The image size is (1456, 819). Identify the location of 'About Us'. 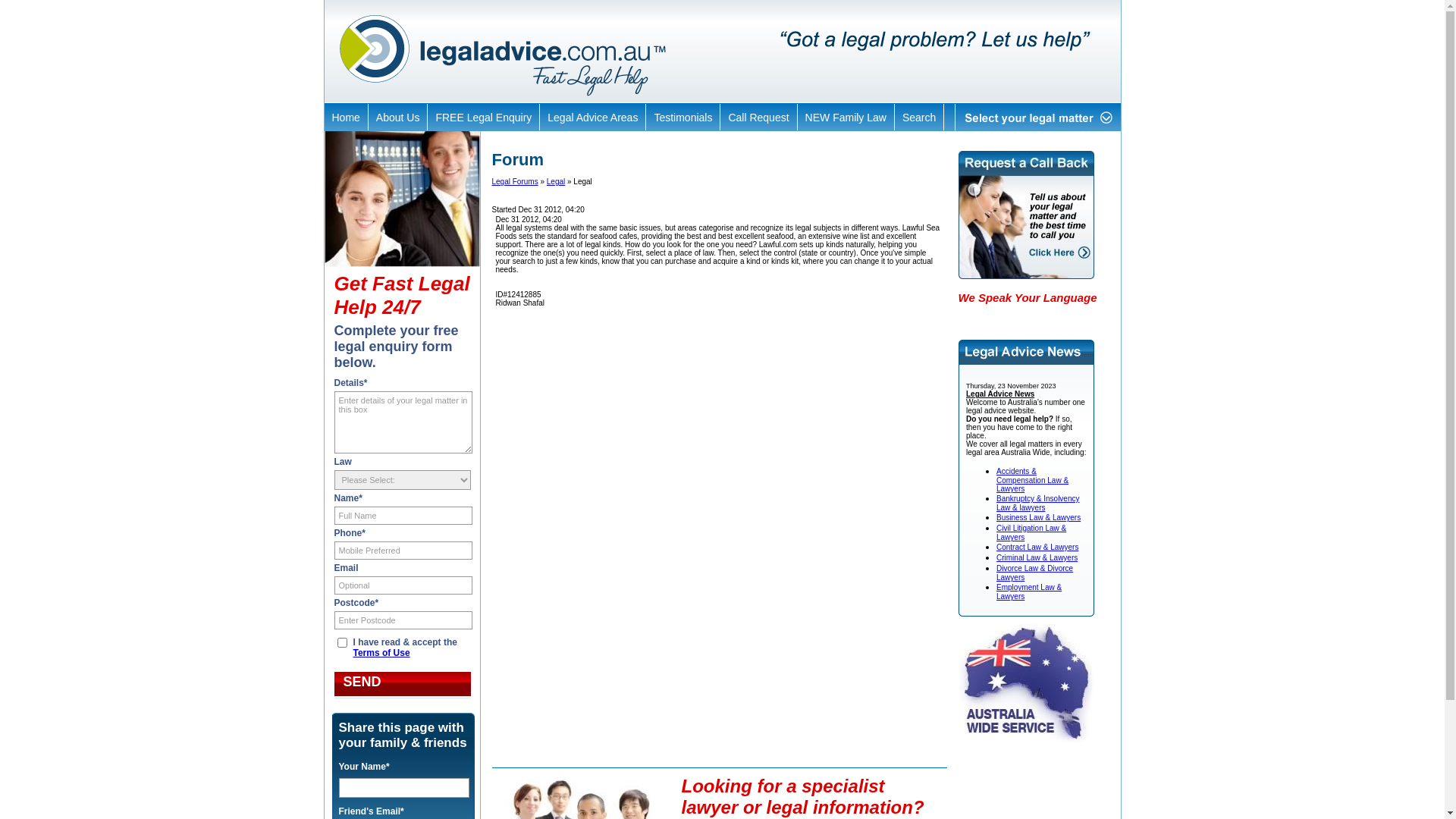
(368, 116).